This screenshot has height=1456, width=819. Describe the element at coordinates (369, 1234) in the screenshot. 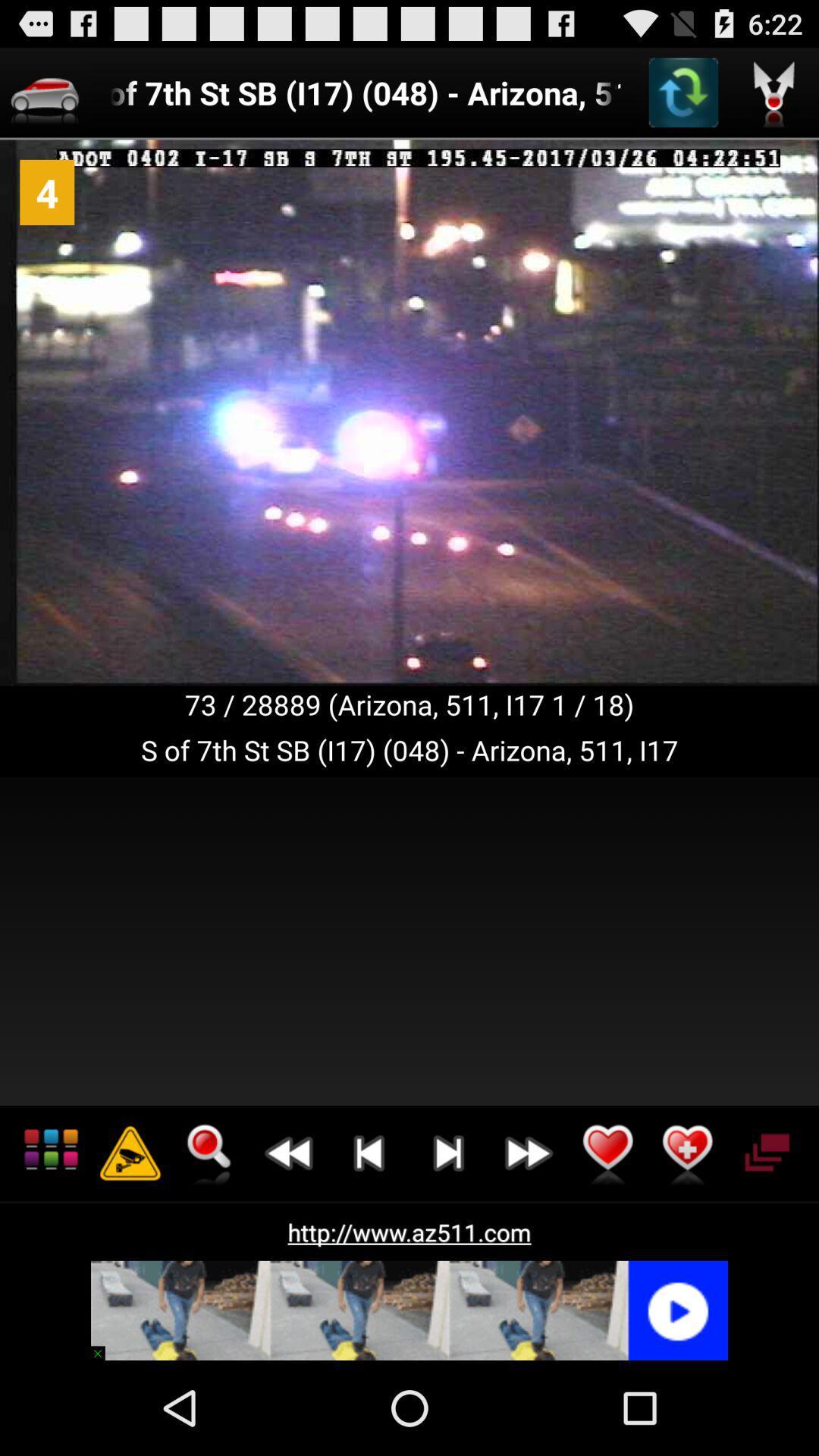

I see `the skip_previous icon` at that location.